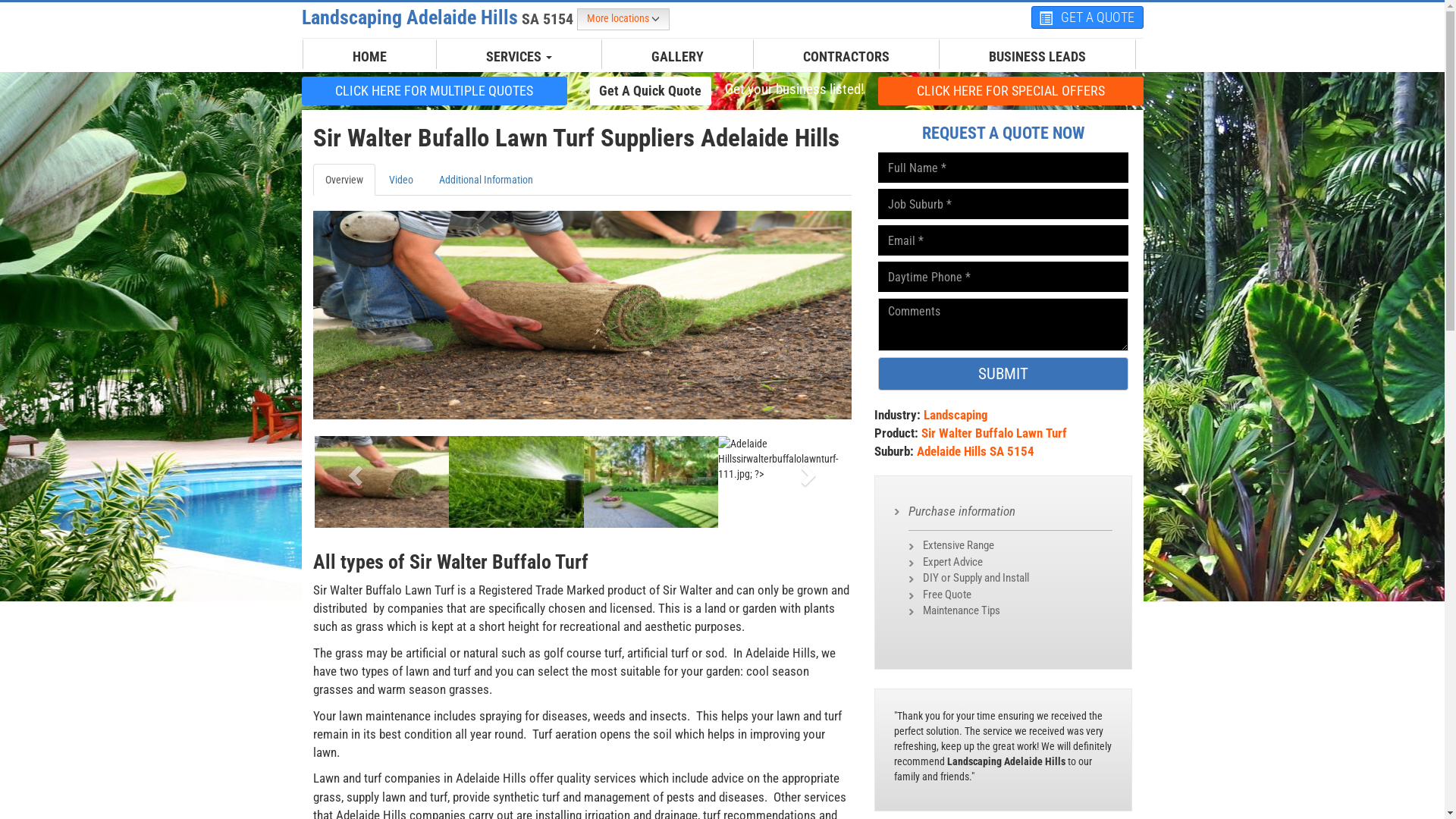  What do you see at coordinates (433, 90) in the screenshot?
I see `'CLICK HERE FOR MULTIPLE QUOTES'` at bounding box center [433, 90].